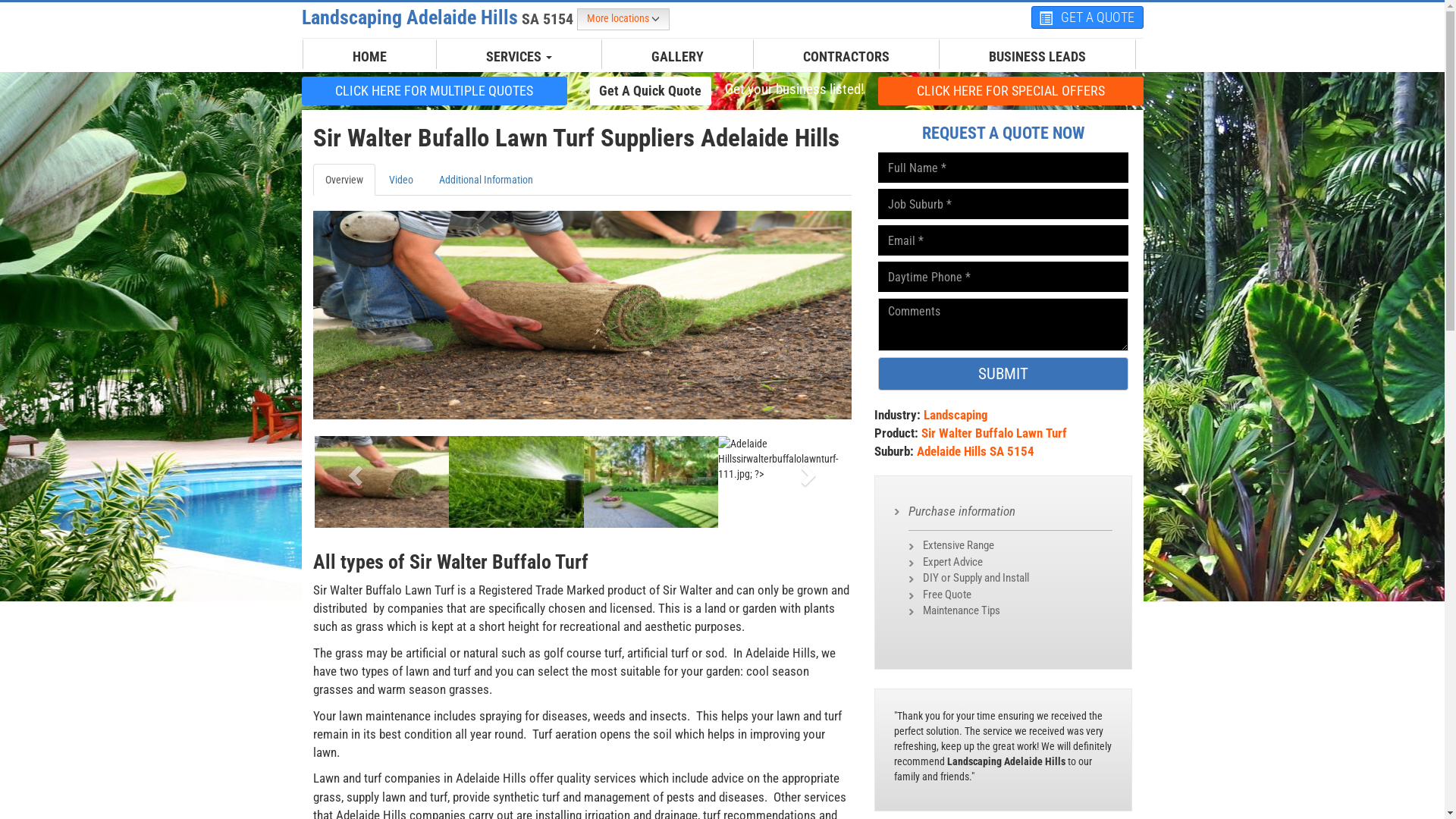  What do you see at coordinates (433, 90) in the screenshot?
I see `'CLICK HERE FOR MULTIPLE QUOTES'` at bounding box center [433, 90].